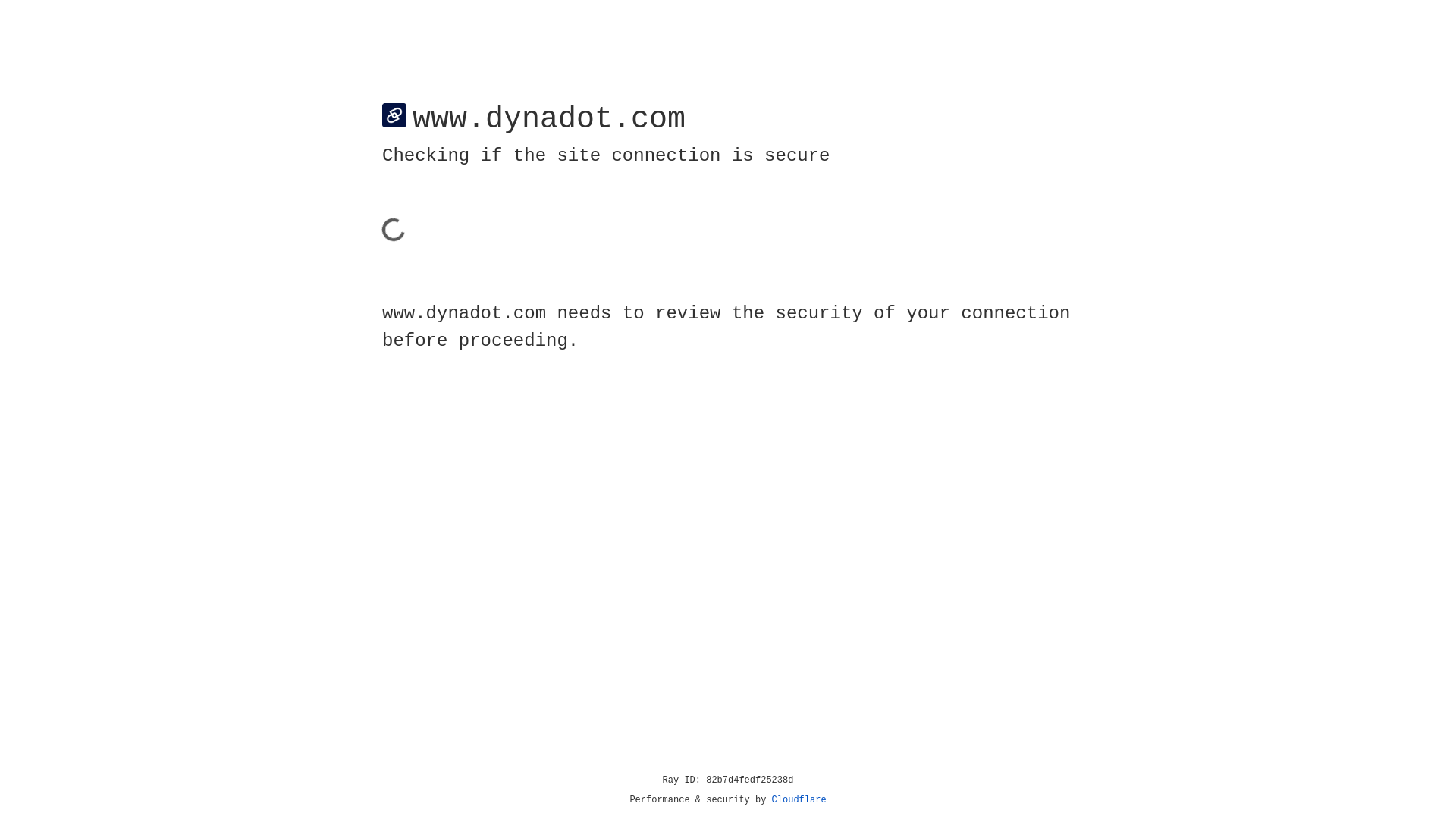  Describe the element at coordinates (799, 799) in the screenshot. I see `'Cloudflare'` at that location.